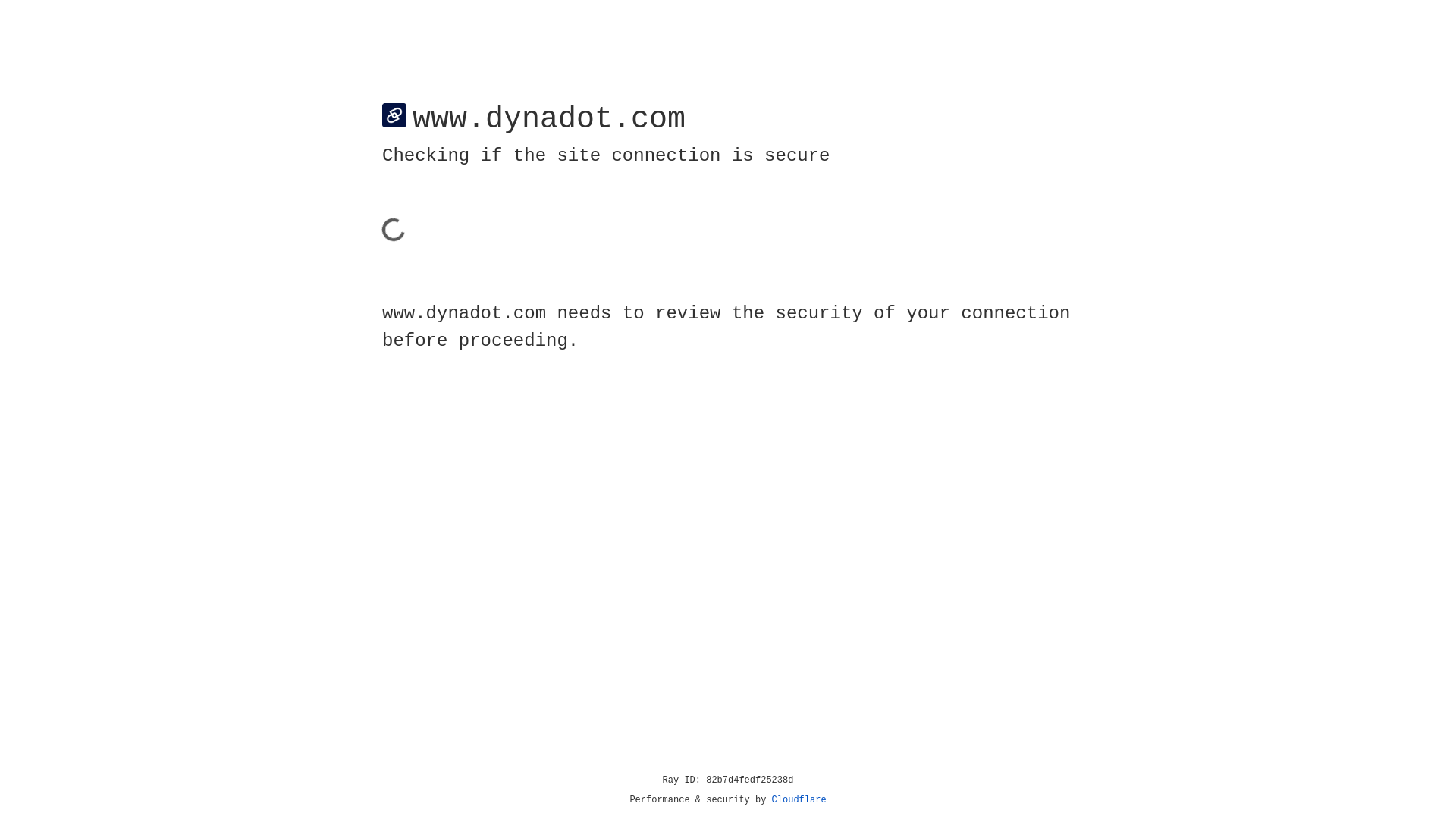  Describe the element at coordinates (799, 799) in the screenshot. I see `'Cloudflare'` at that location.